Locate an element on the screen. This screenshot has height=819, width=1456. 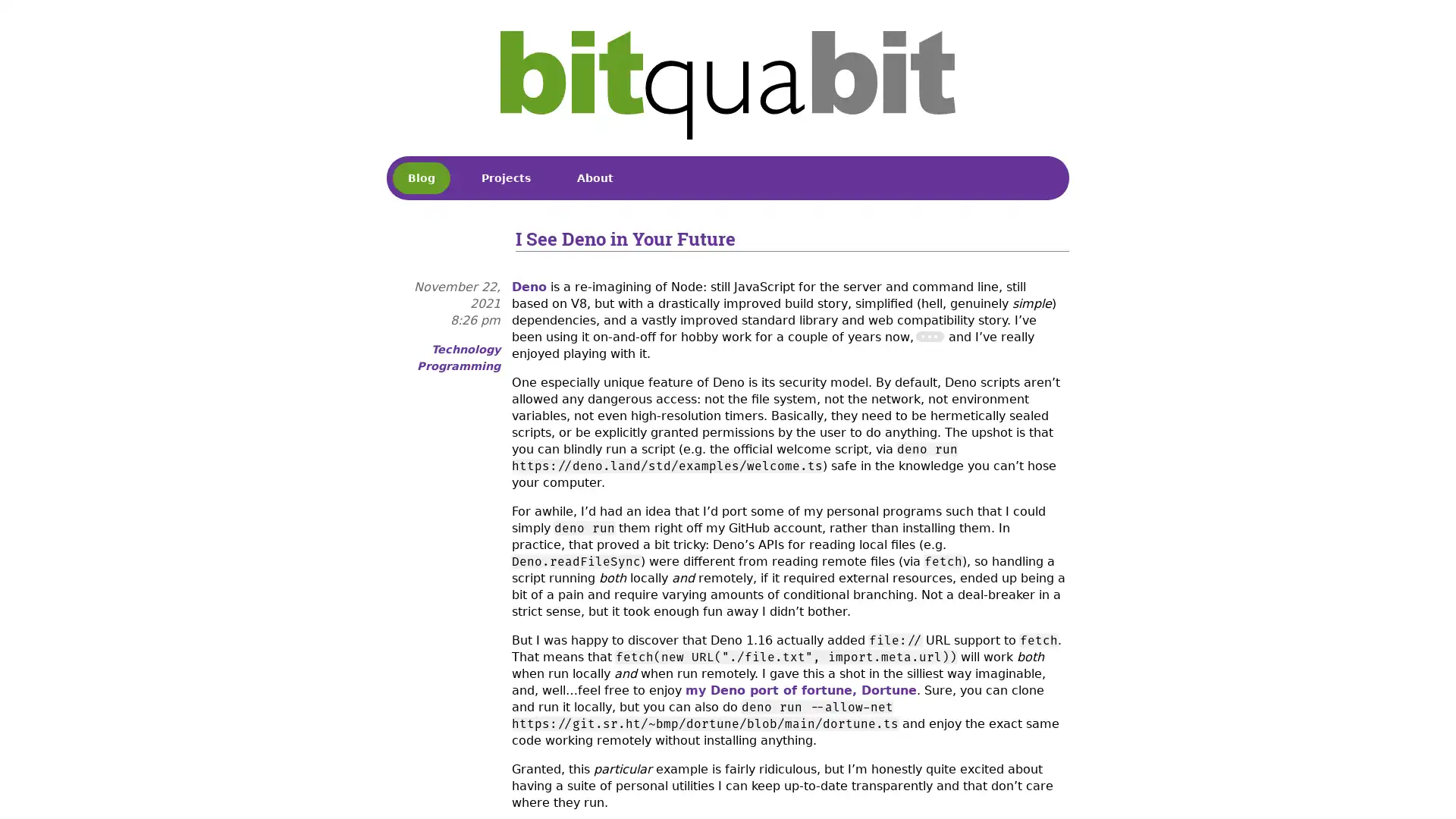
Footnote 1 is located at coordinates (928, 335).